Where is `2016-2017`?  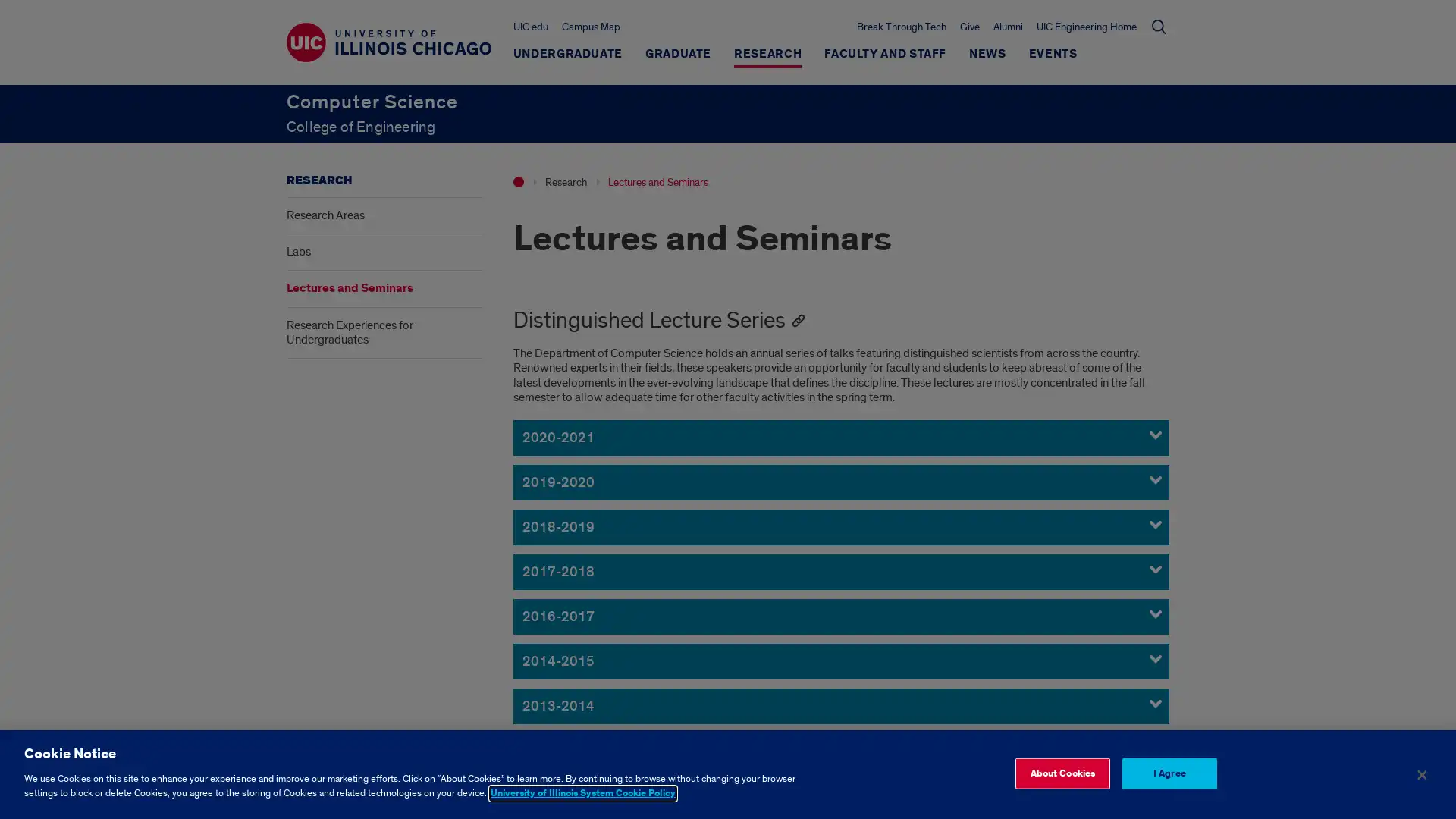 2016-2017 is located at coordinates (839, 616).